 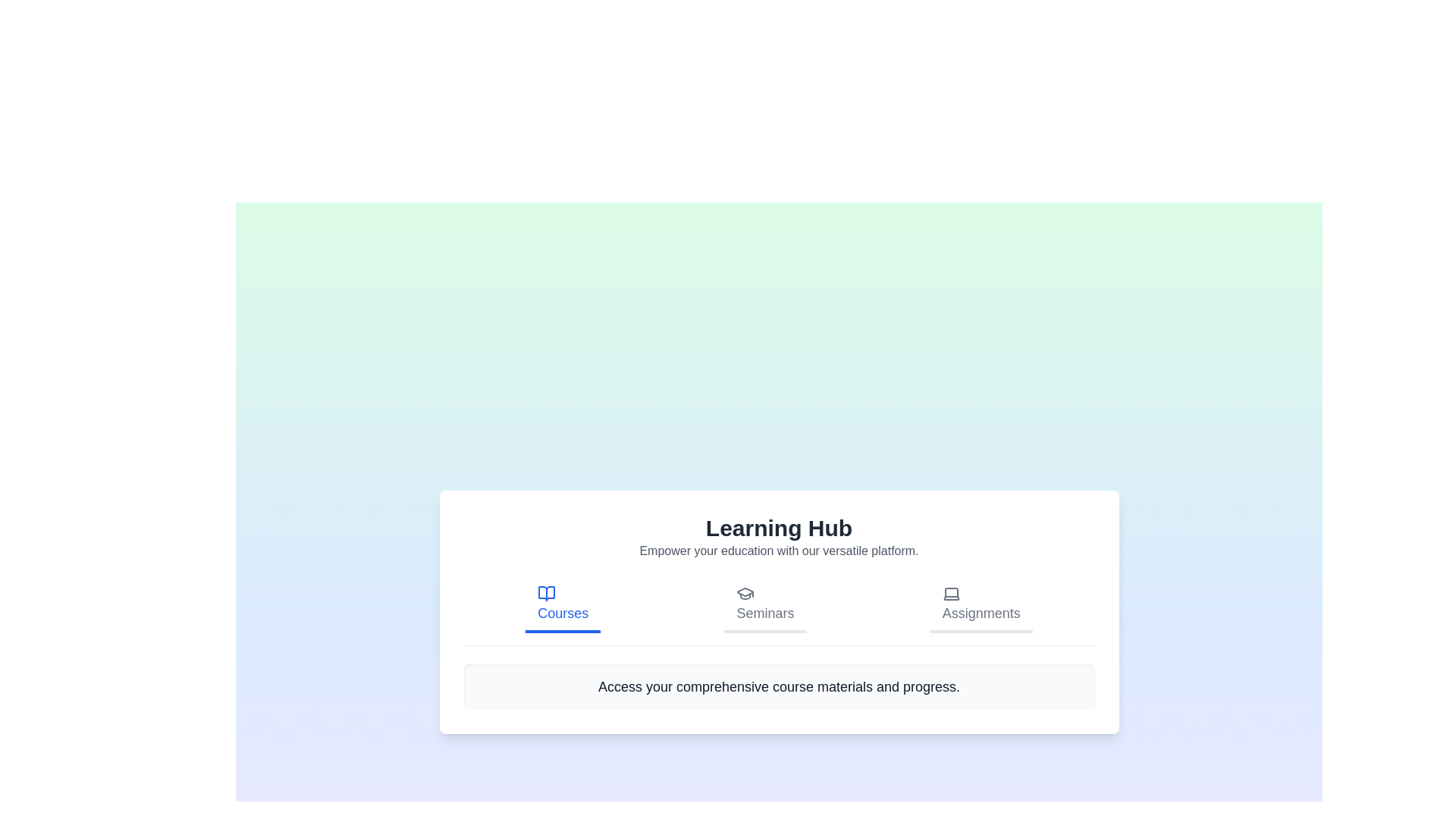 I want to click on the 'Assignments' icon located in the bottom-right area of the main content section, which visually represents tasks and coursework, so click(x=950, y=593).